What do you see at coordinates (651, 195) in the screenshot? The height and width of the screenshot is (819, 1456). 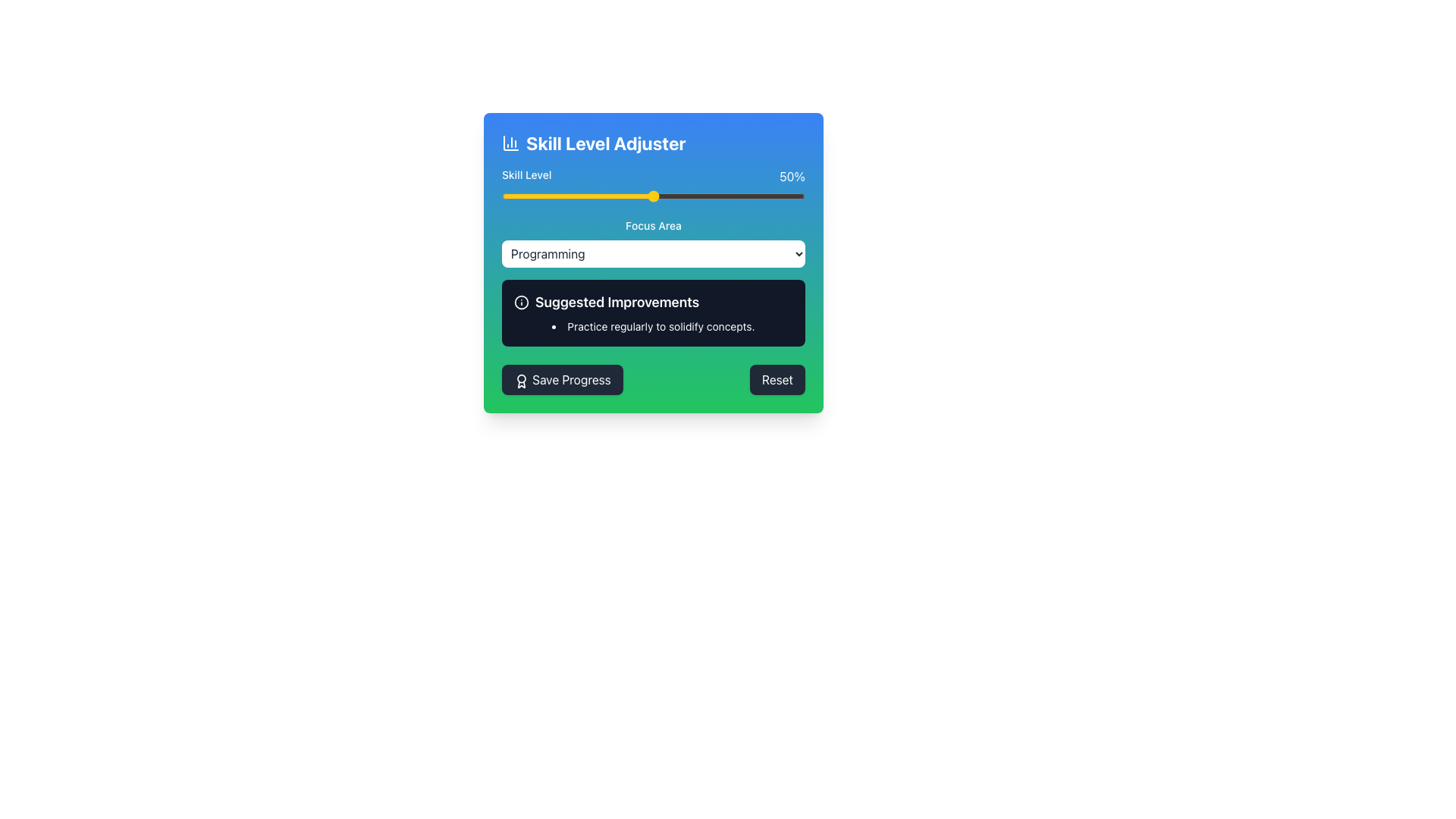 I see `the skill level` at bounding box center [651, 195].